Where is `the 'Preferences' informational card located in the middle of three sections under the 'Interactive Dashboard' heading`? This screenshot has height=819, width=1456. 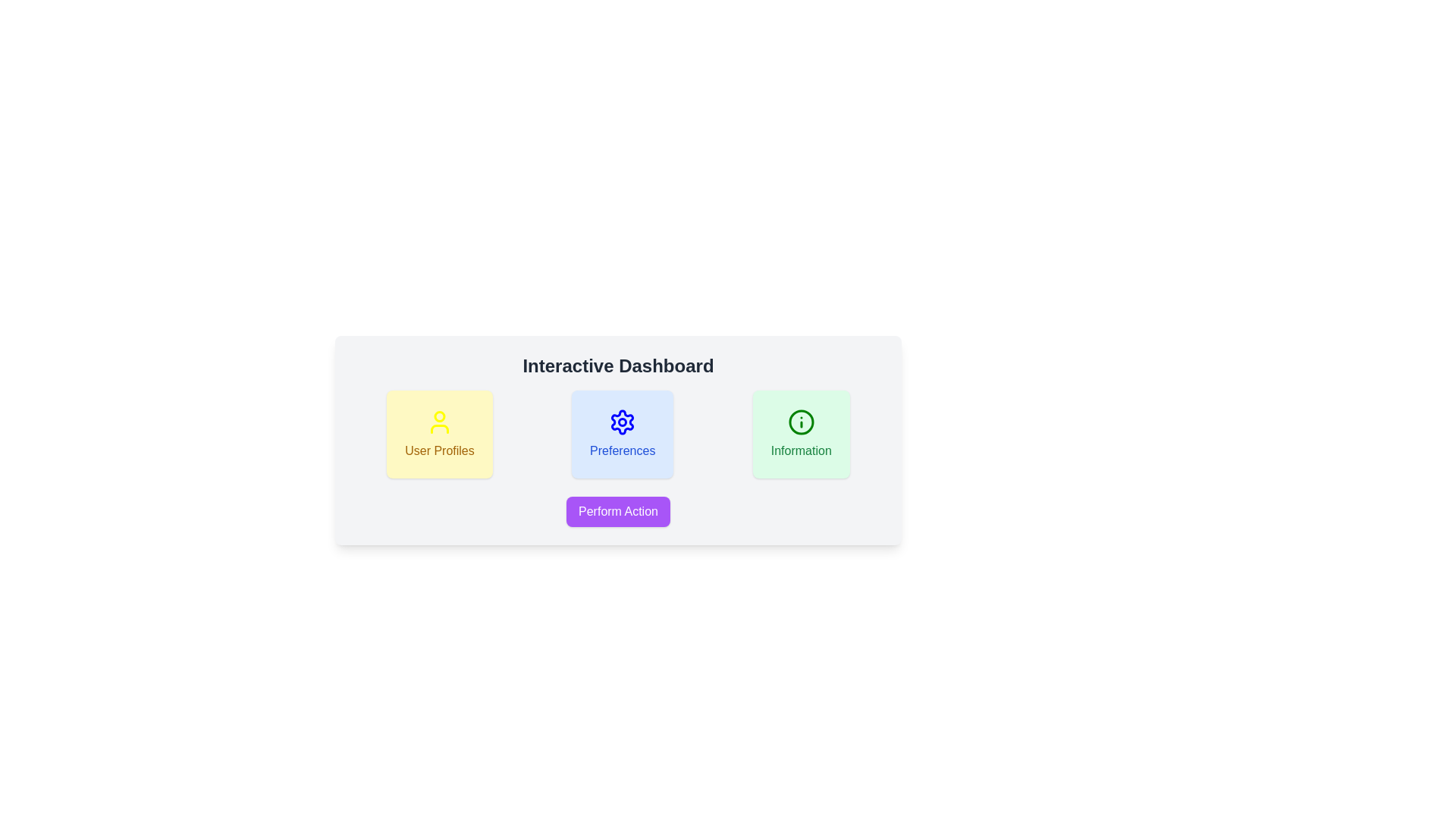 the 'Preferences' informational card located in the middle of three sections under the 'Interactive Dashboard' heading is located at coordinates (618, 435).